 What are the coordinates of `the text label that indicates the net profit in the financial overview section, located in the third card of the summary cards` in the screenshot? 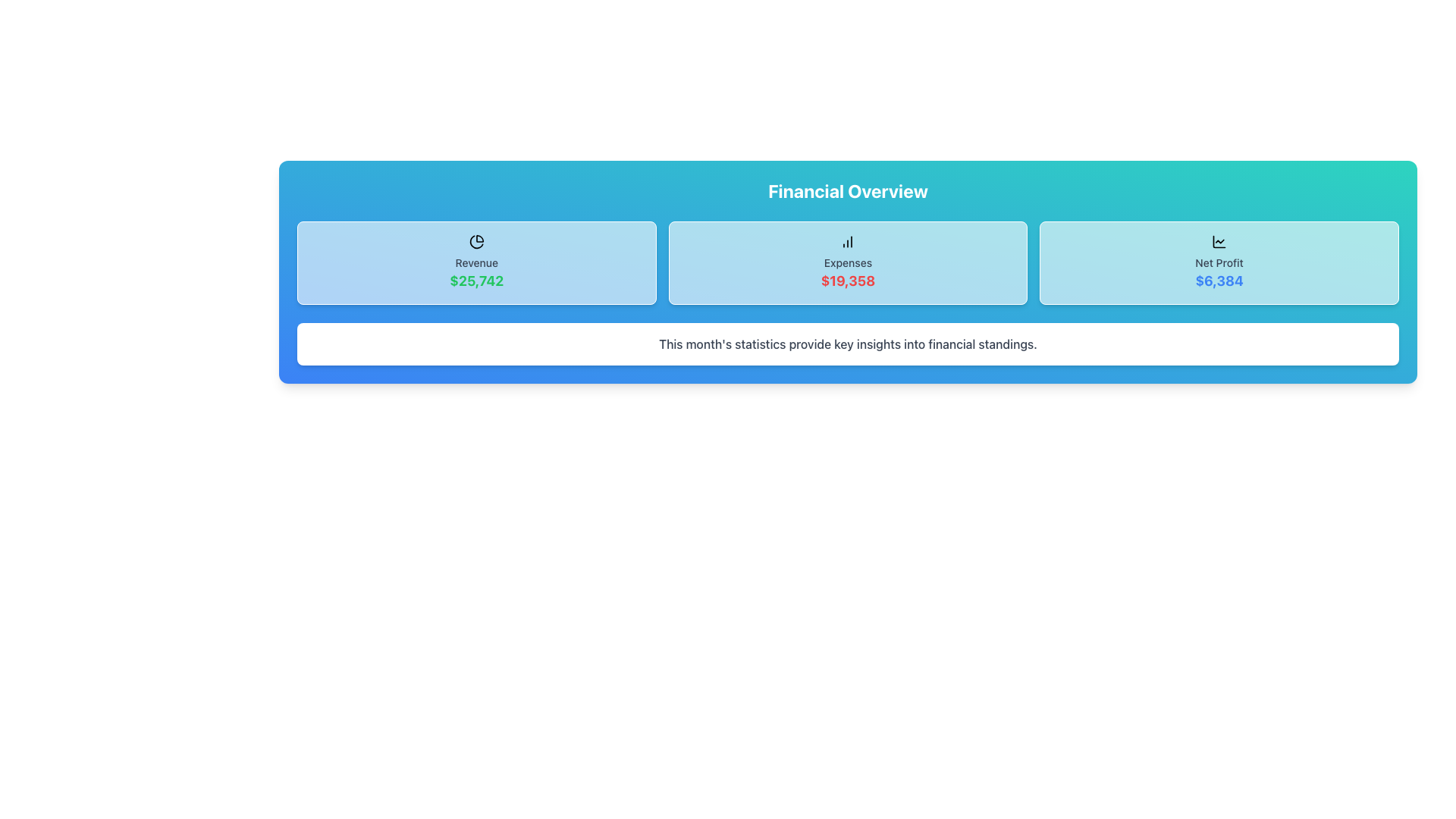 It's located at (1219, 262).